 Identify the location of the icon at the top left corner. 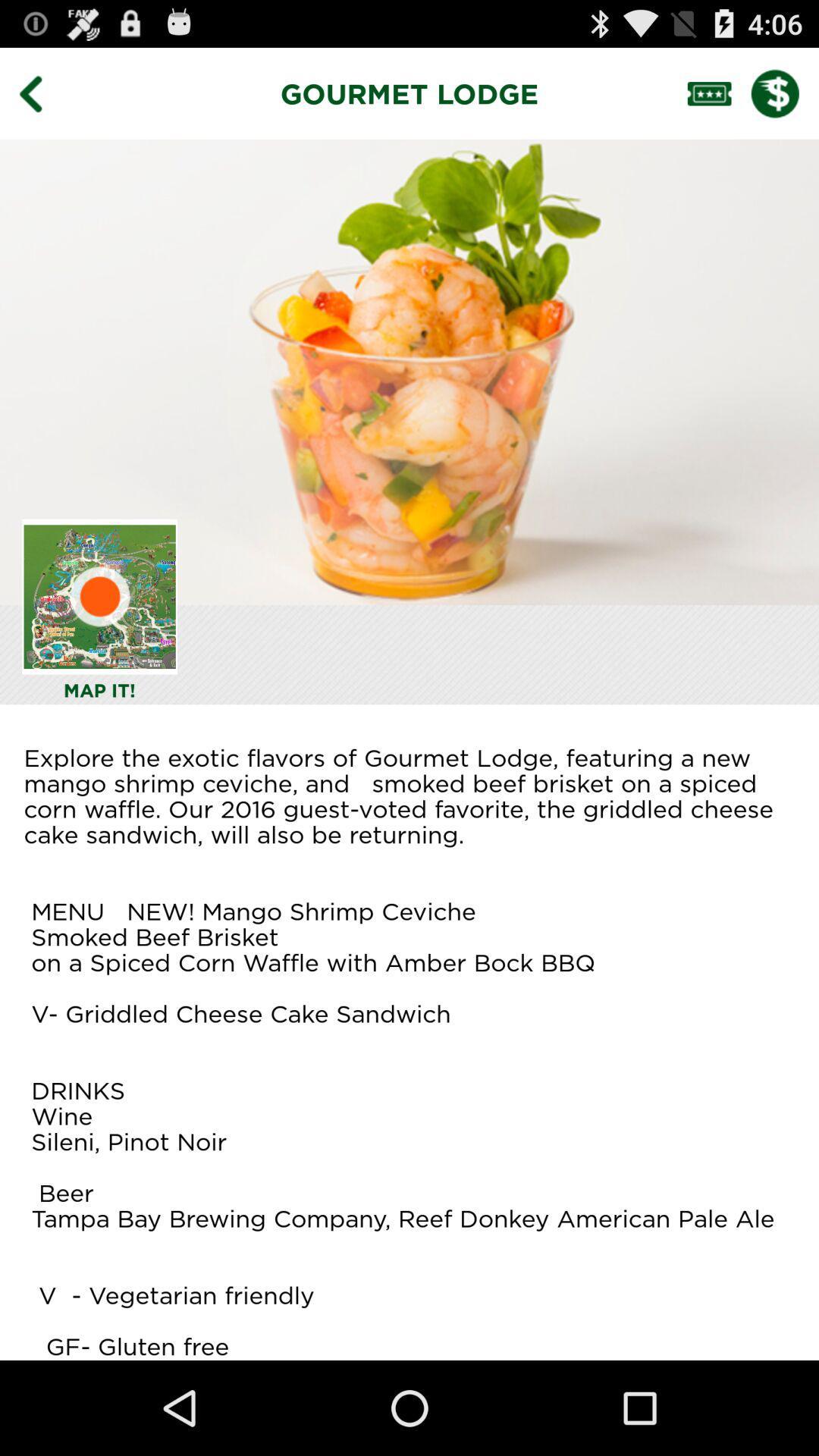
(41, 93).